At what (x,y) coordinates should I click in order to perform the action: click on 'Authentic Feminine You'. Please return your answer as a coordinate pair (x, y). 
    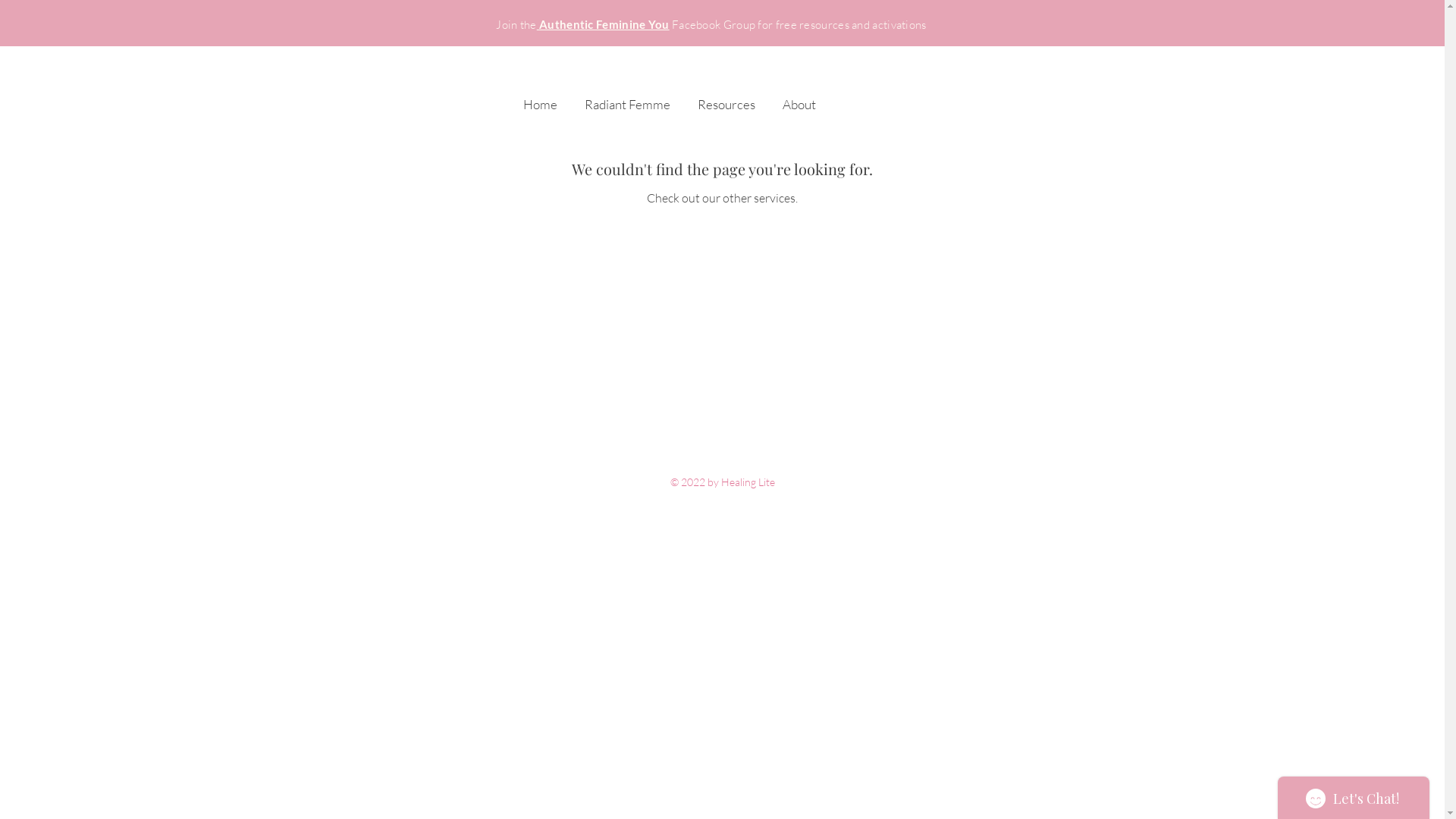
    Looking at the image, I should click on (602, 24).